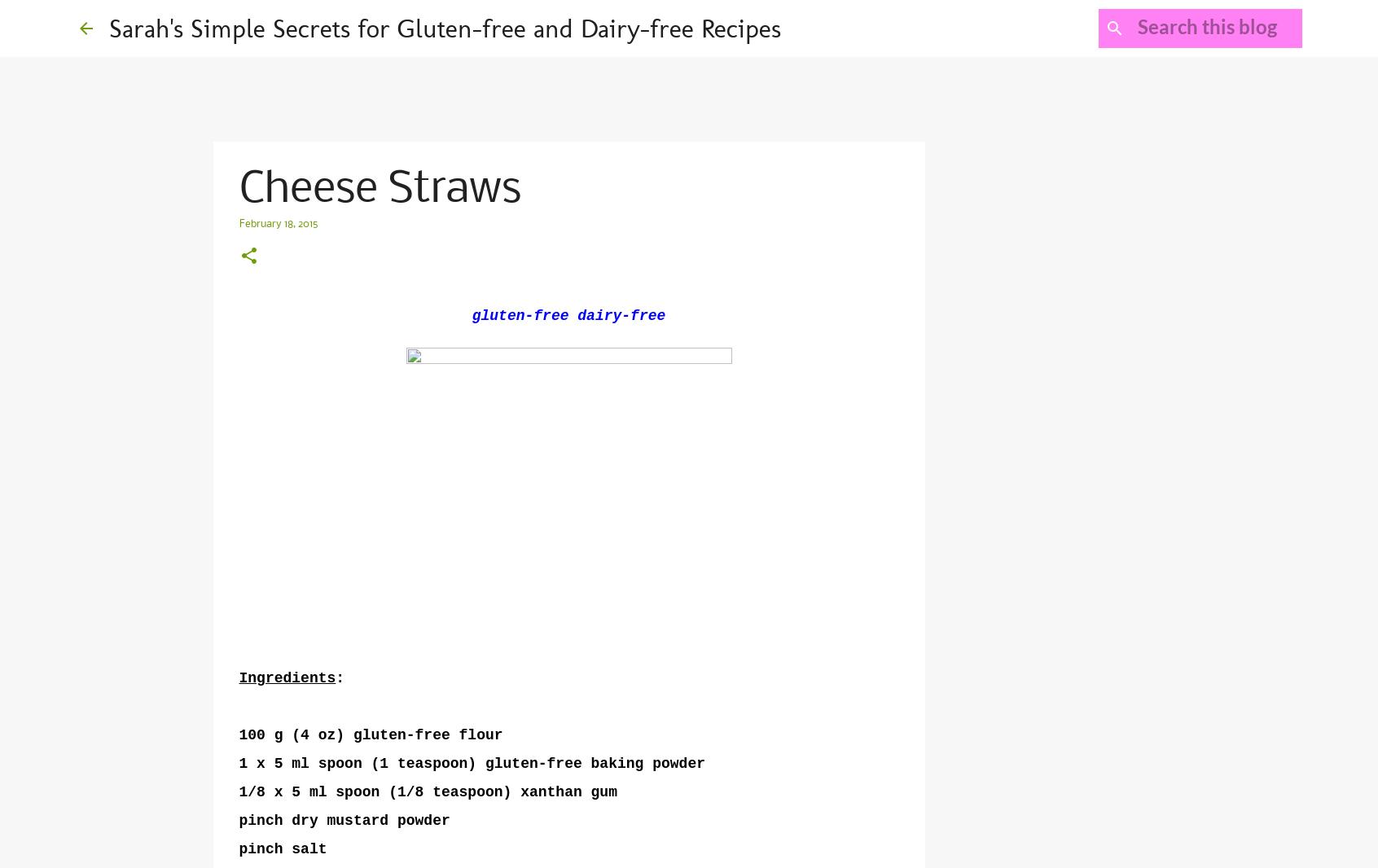 This screenshot has height=868, width=1378. What do you see at coordinates (428, 792) in the screenshot?
I see `'1/8 x 5 ml spoon (1/8 teaspoon) xanthan gum'` at bounding box center [428, 792].